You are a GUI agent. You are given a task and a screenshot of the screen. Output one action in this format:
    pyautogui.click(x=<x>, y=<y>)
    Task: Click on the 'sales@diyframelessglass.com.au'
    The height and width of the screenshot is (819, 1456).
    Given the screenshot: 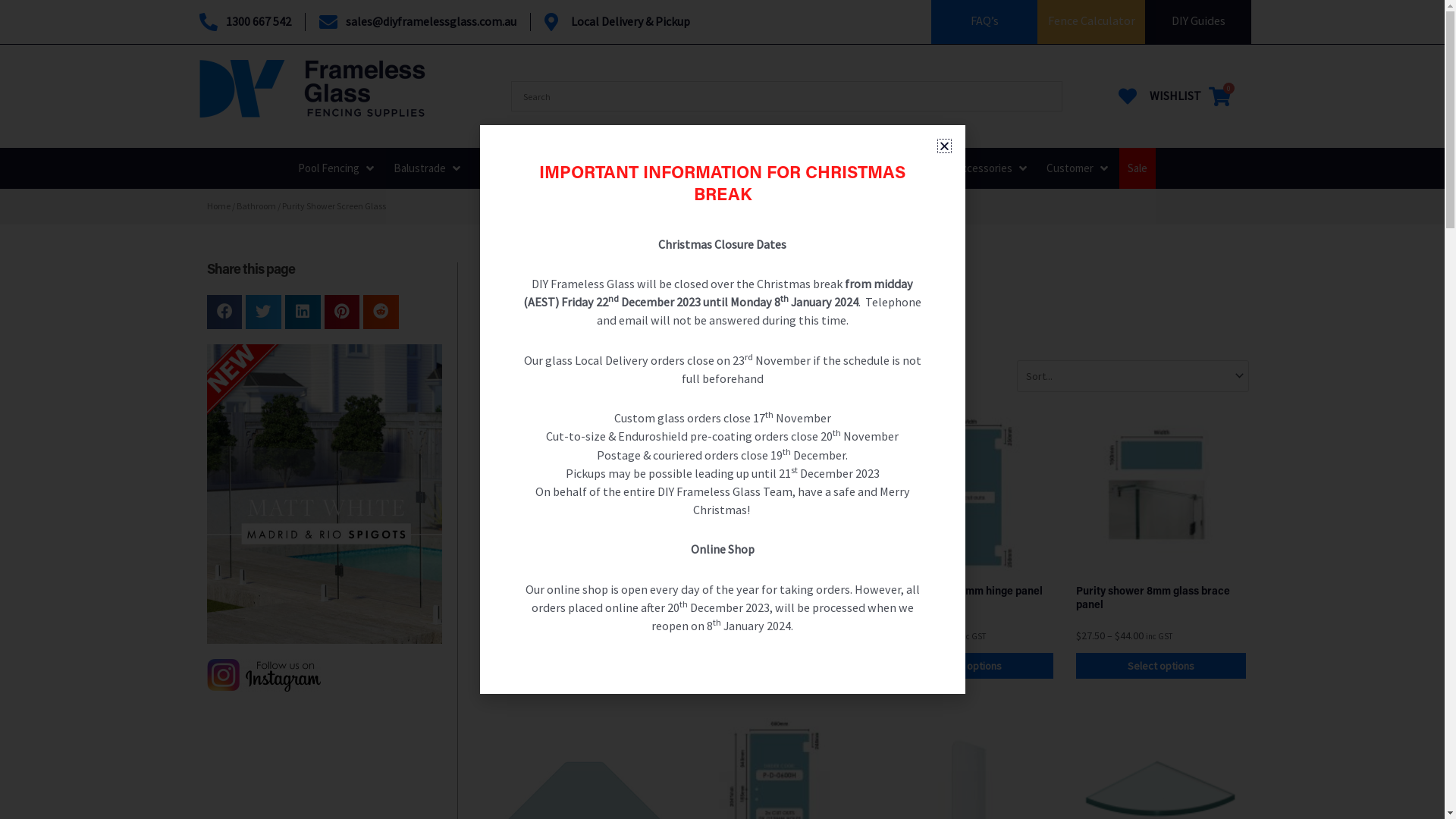 What is the action you would take?
    pyautogui.click(x=318, y=22)
    